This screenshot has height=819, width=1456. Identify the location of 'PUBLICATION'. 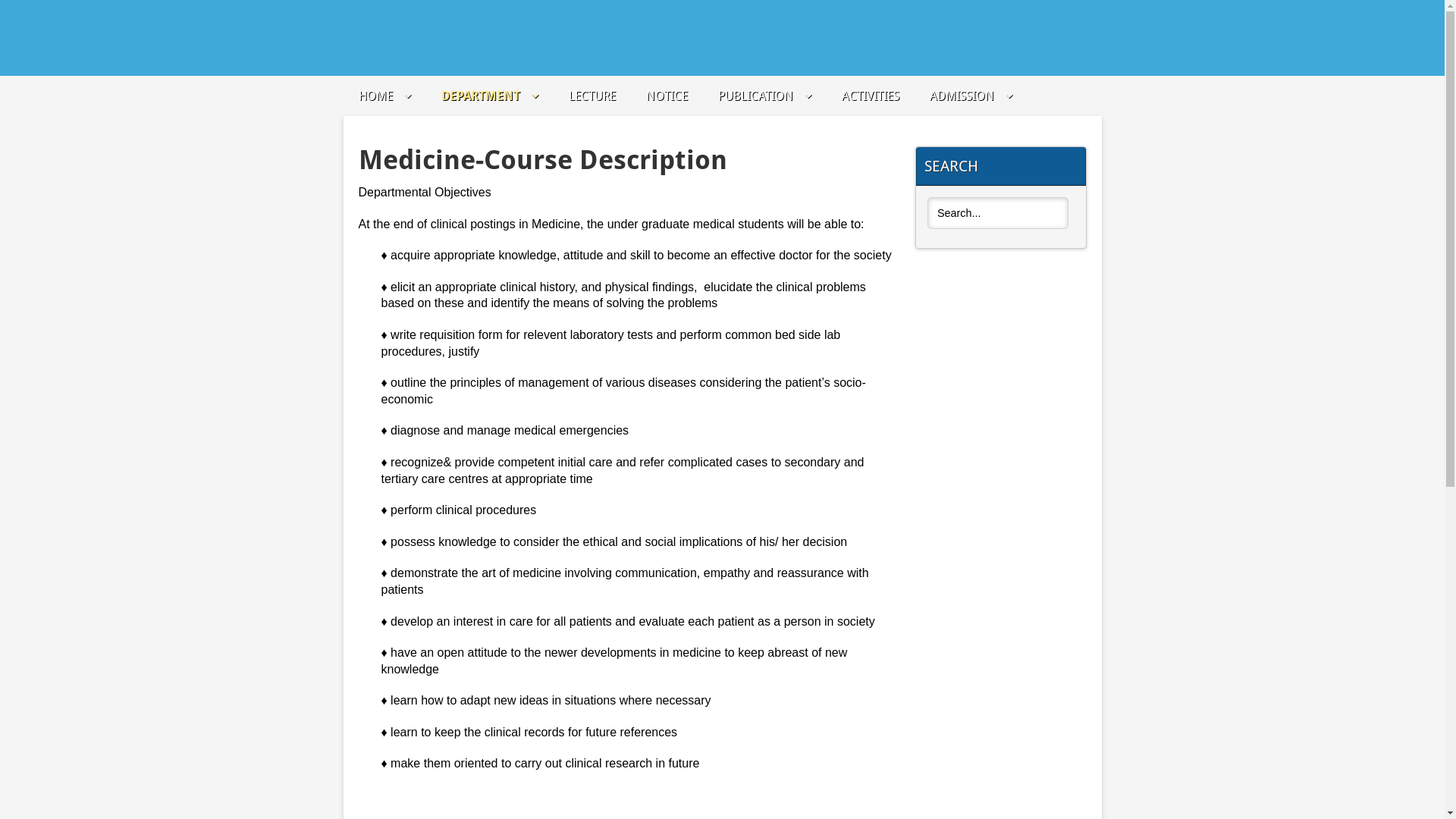
(764, 96).